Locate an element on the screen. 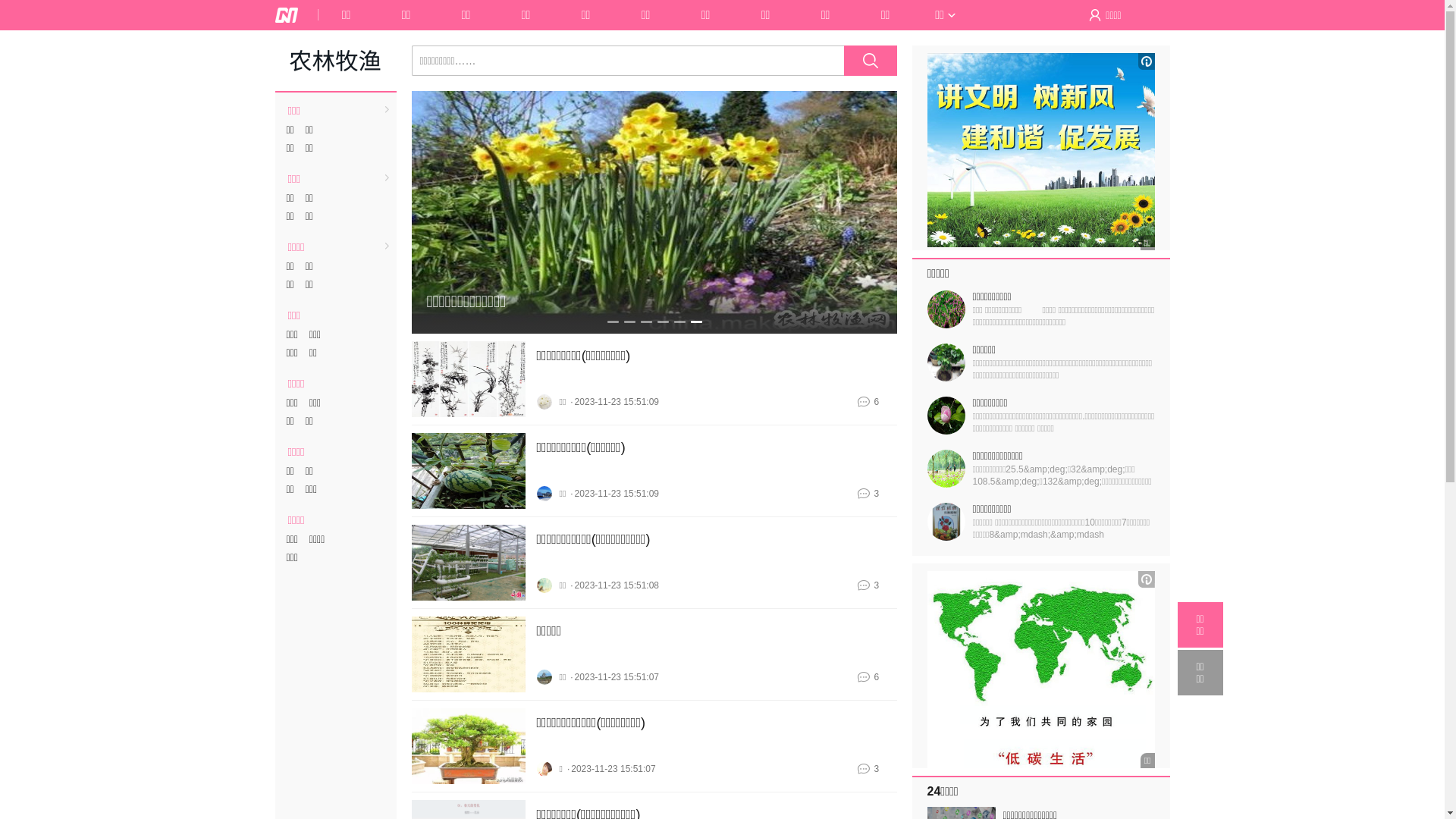 The height and width of the screenshot is (819, 1456). '3' is located at coordinates (877, 769).